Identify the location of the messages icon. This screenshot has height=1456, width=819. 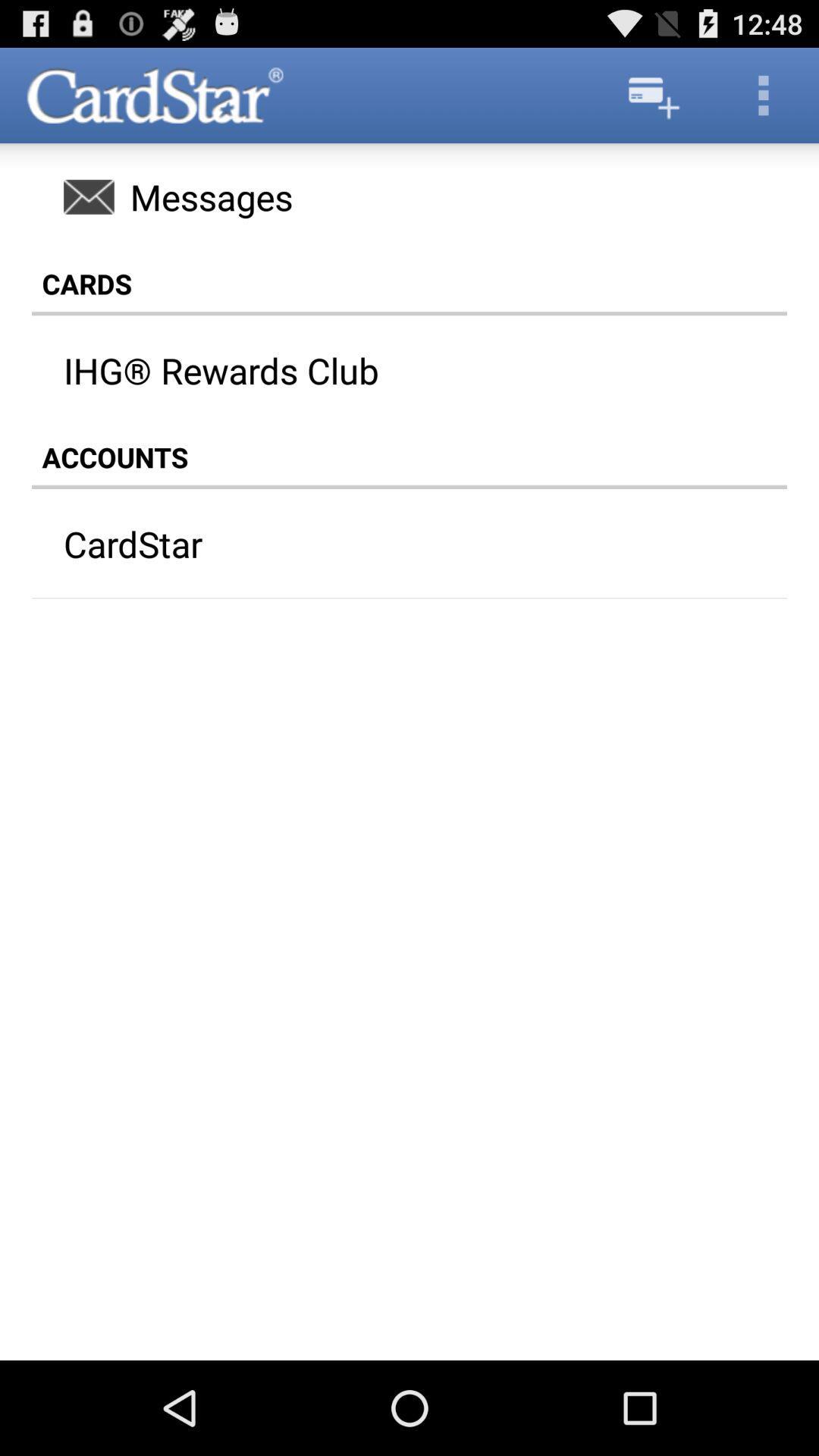
(409, 196).